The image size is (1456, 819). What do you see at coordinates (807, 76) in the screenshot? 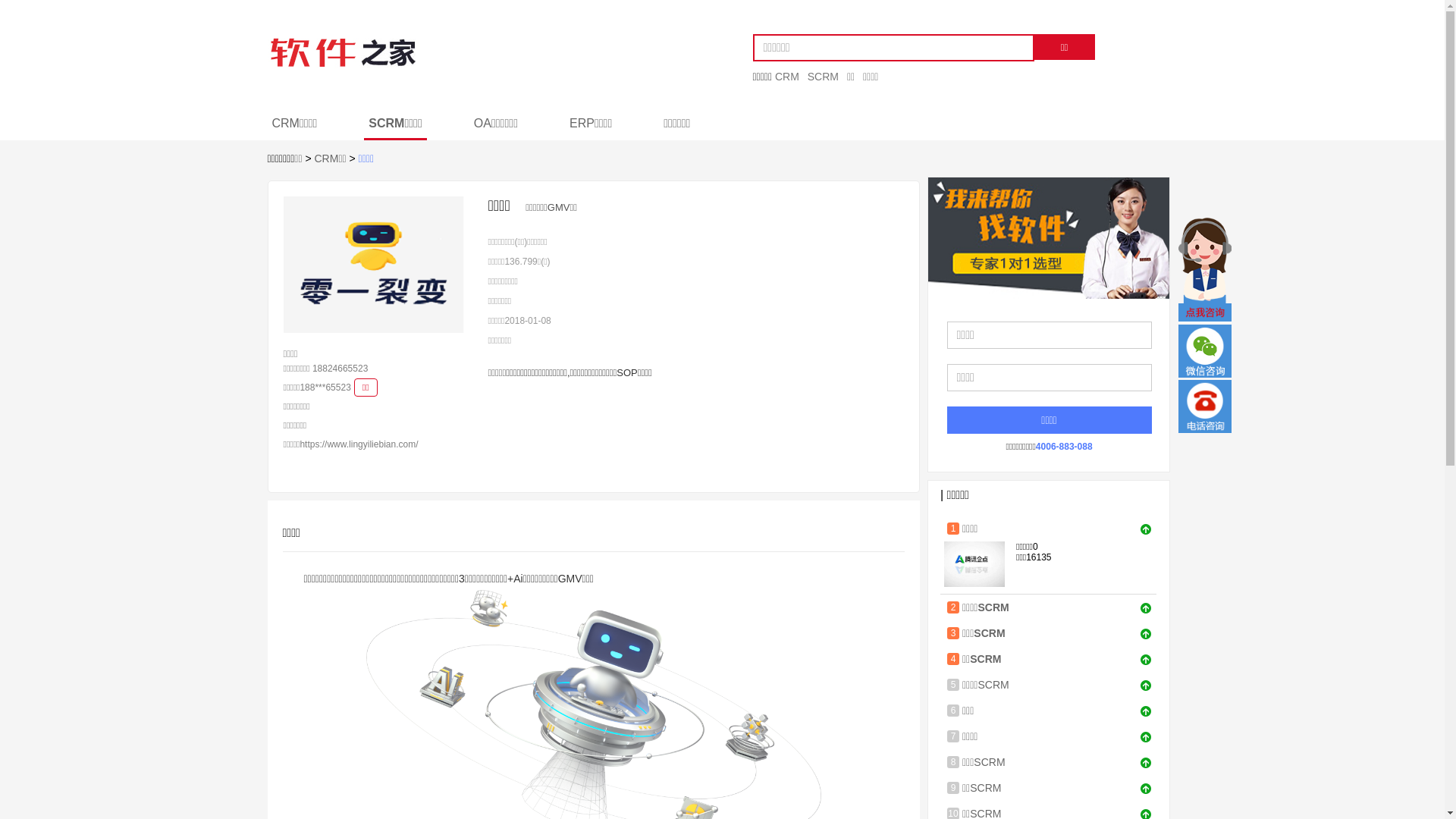
I see `'SCRM'` at bounding box center [807, 76].